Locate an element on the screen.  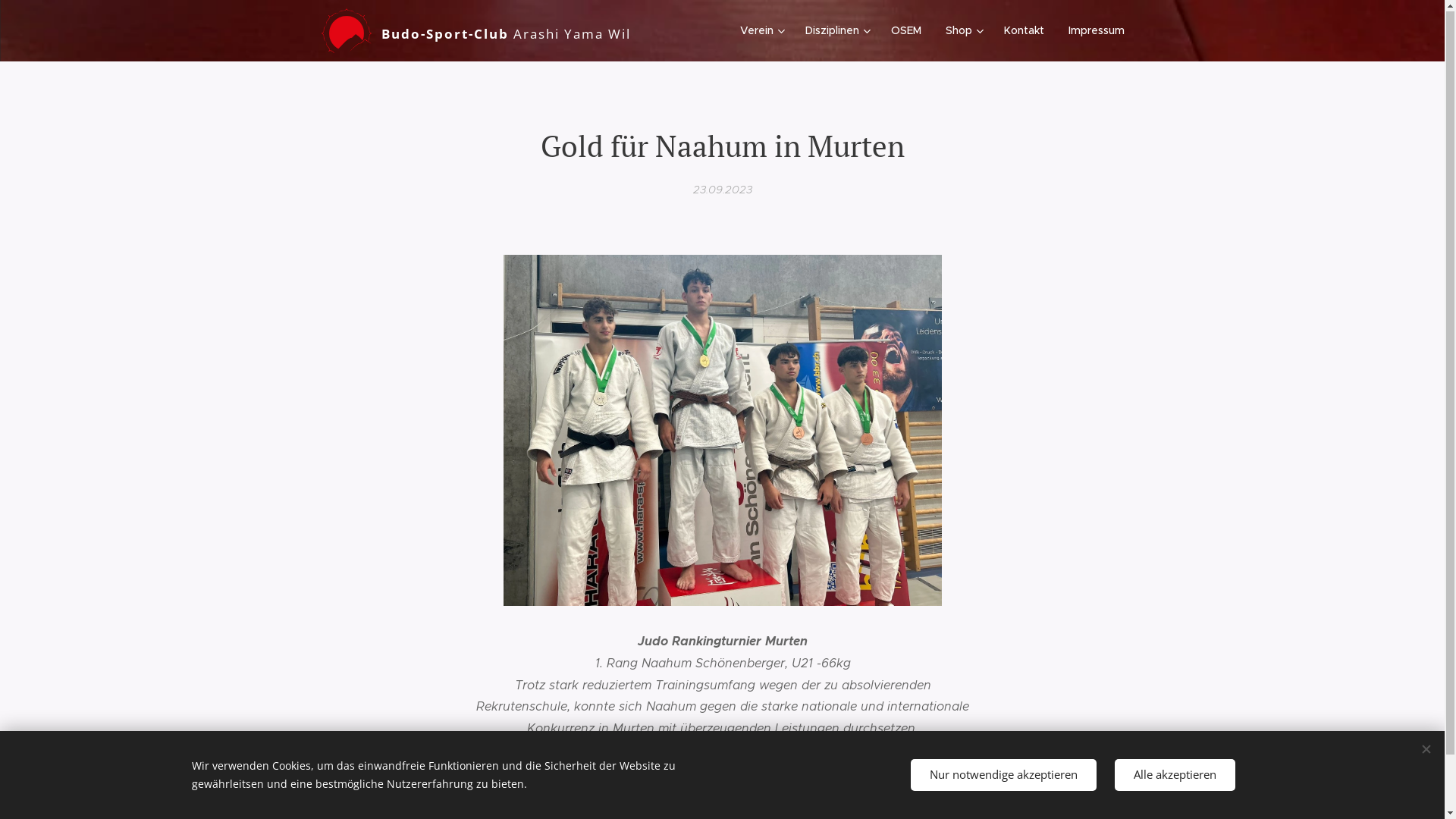
'OSEM' is located at coordinates (905, 31).